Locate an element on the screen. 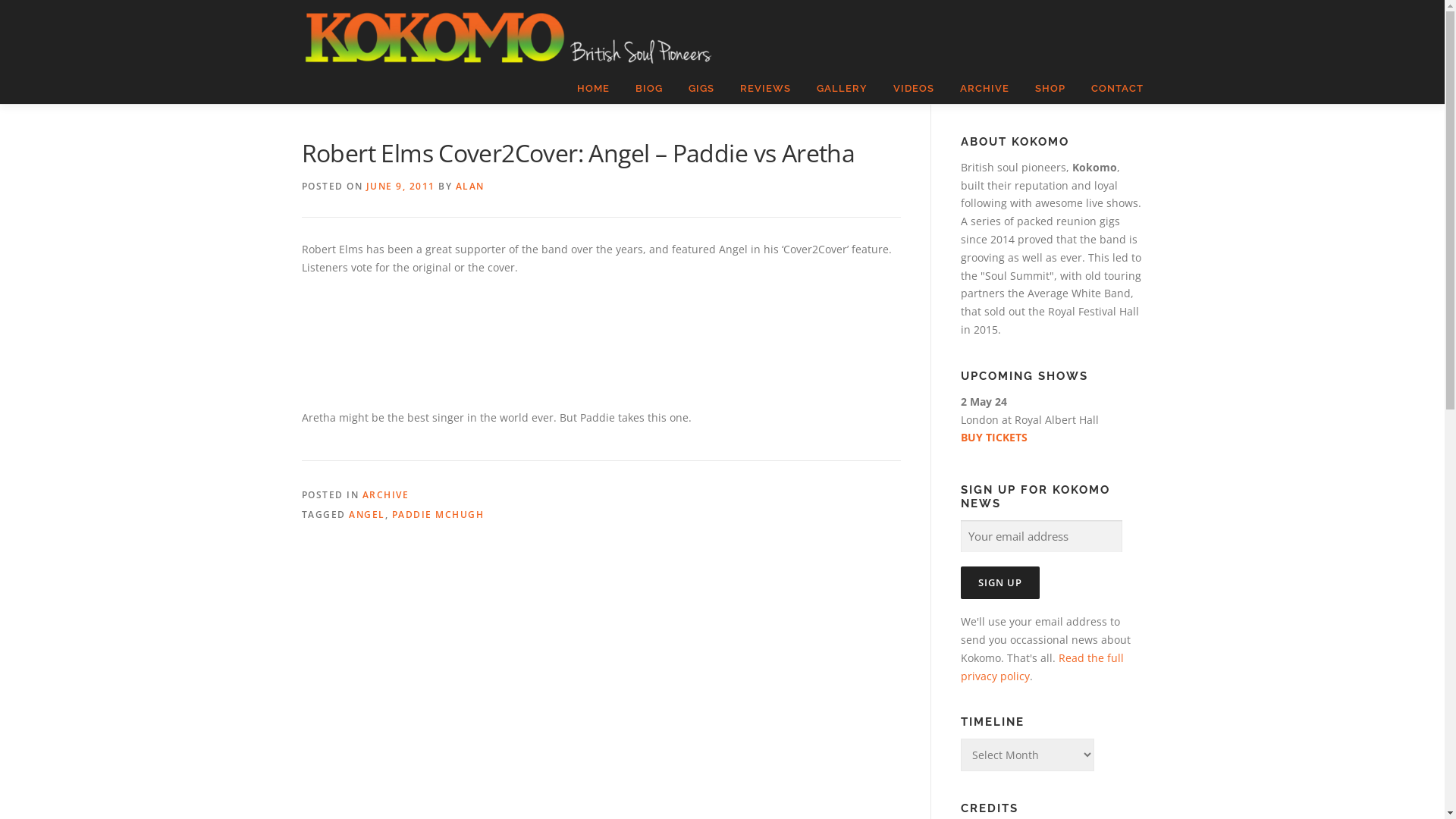 The height and width of the screenshot is (819, 1456). 'ANGEL' is located at coordinates (348, 513).